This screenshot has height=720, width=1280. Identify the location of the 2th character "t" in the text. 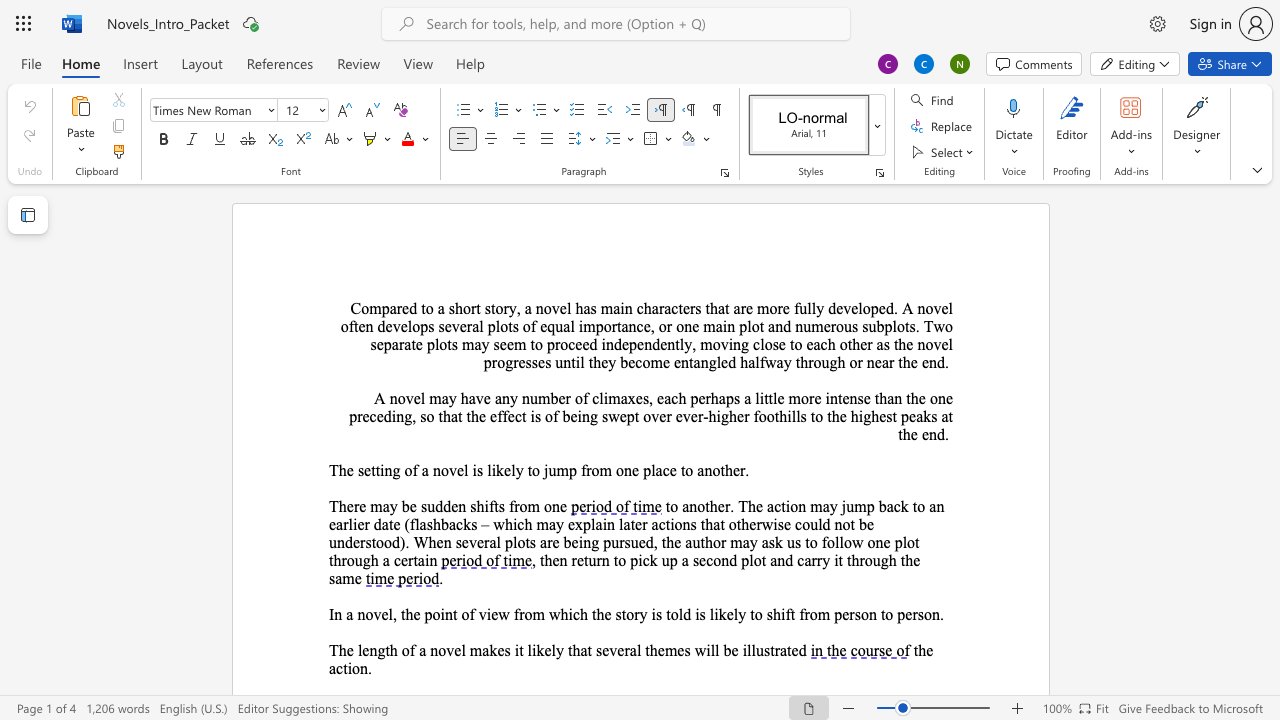
(345, 668).